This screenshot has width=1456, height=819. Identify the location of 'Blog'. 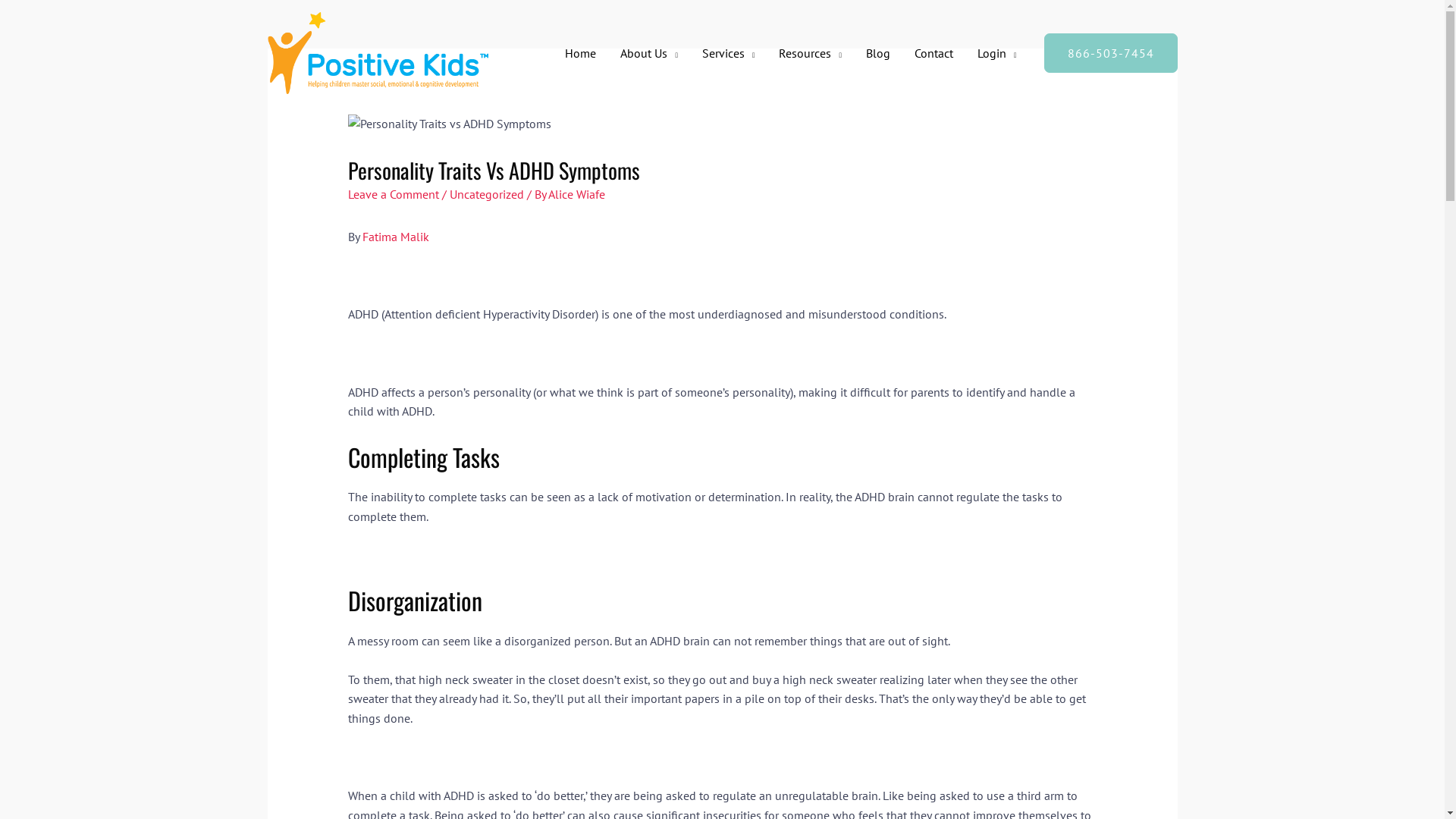
(877, 52).